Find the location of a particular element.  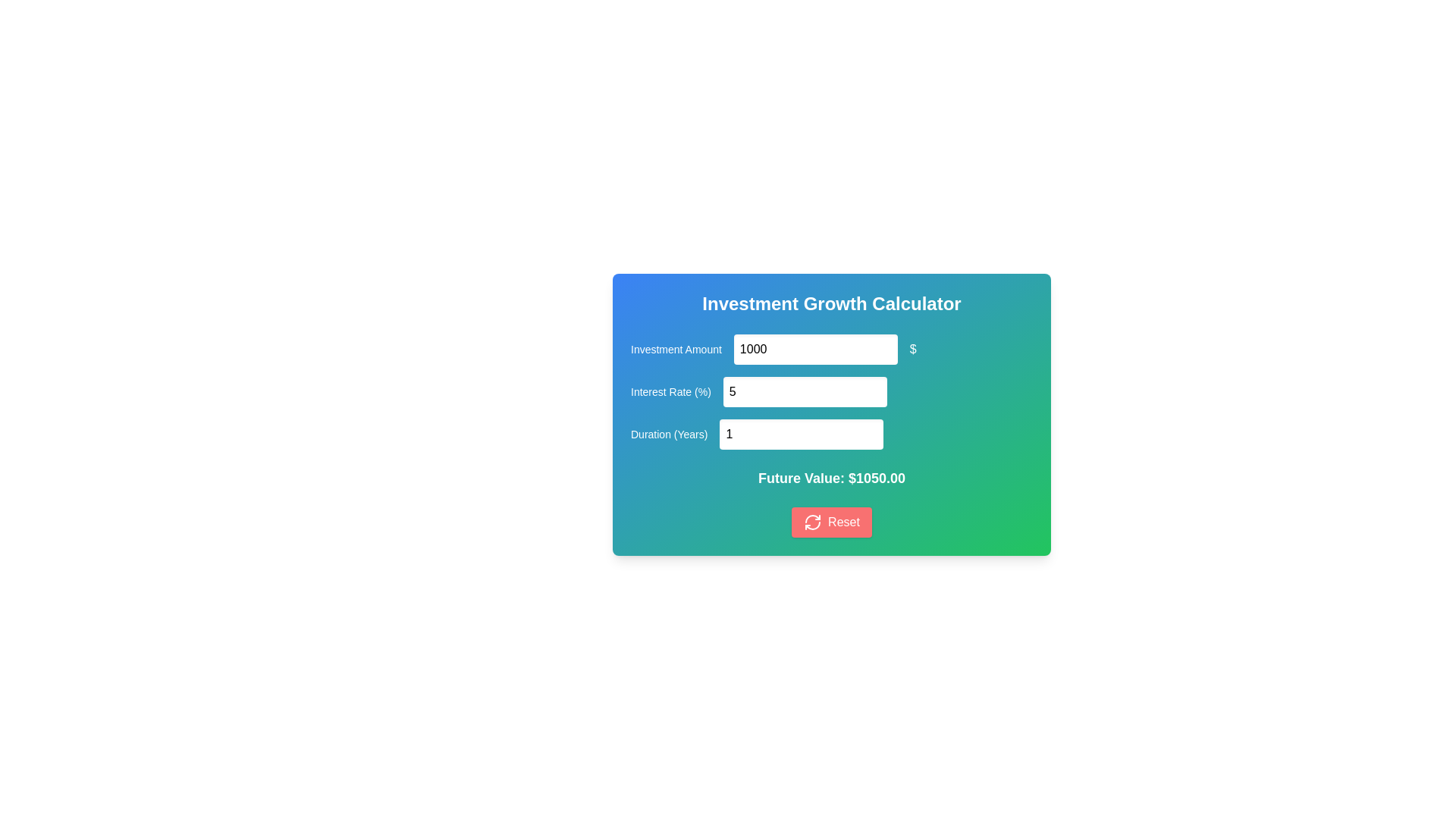

the Text Label that indicates the investment amount input field, positioned at the upper left corner of the financial calculator panel is located at coordinates (675, 350).